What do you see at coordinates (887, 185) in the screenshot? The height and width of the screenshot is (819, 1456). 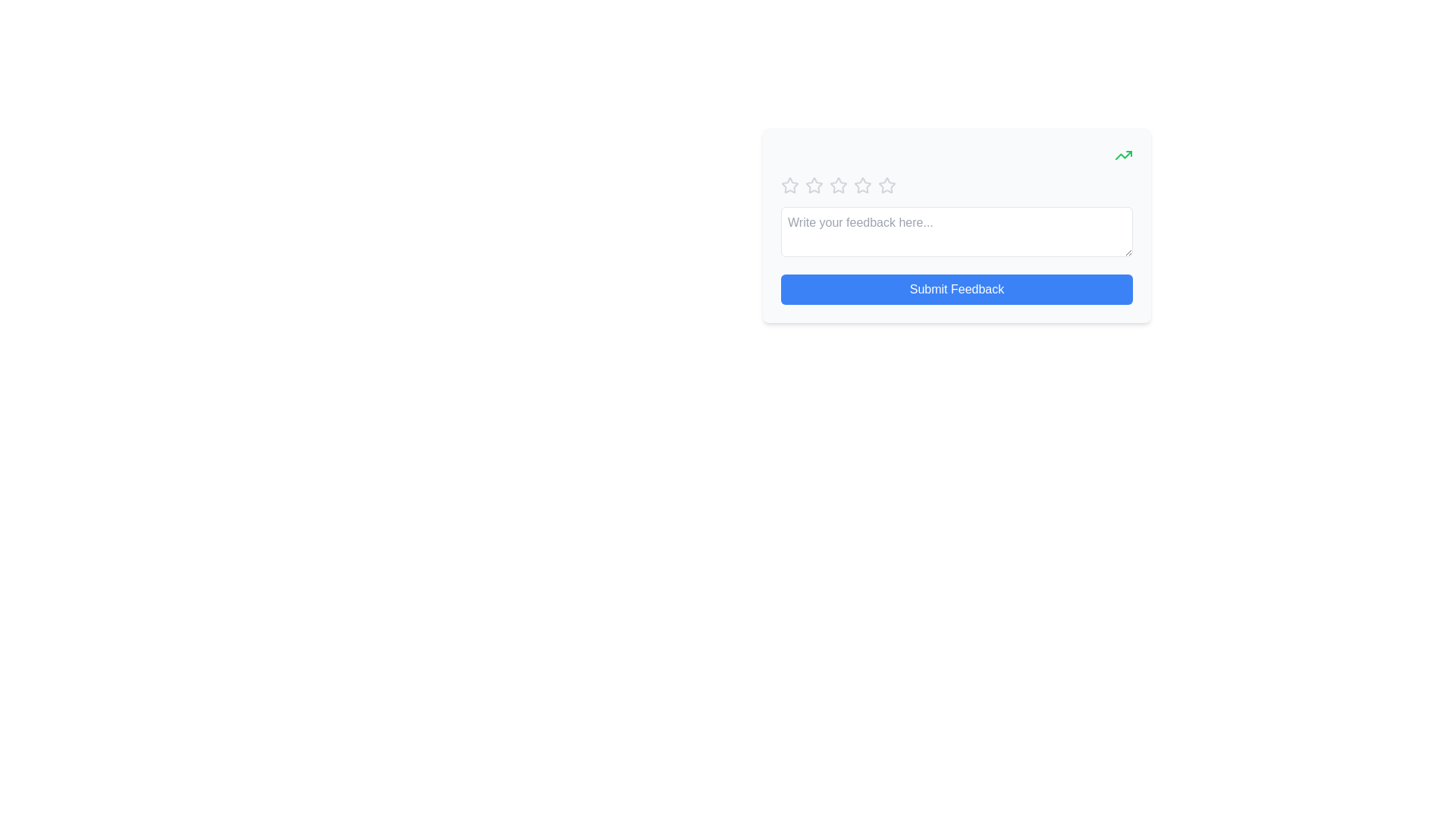 I see `the fifth rating star icon` at bounding box center [887, 185].